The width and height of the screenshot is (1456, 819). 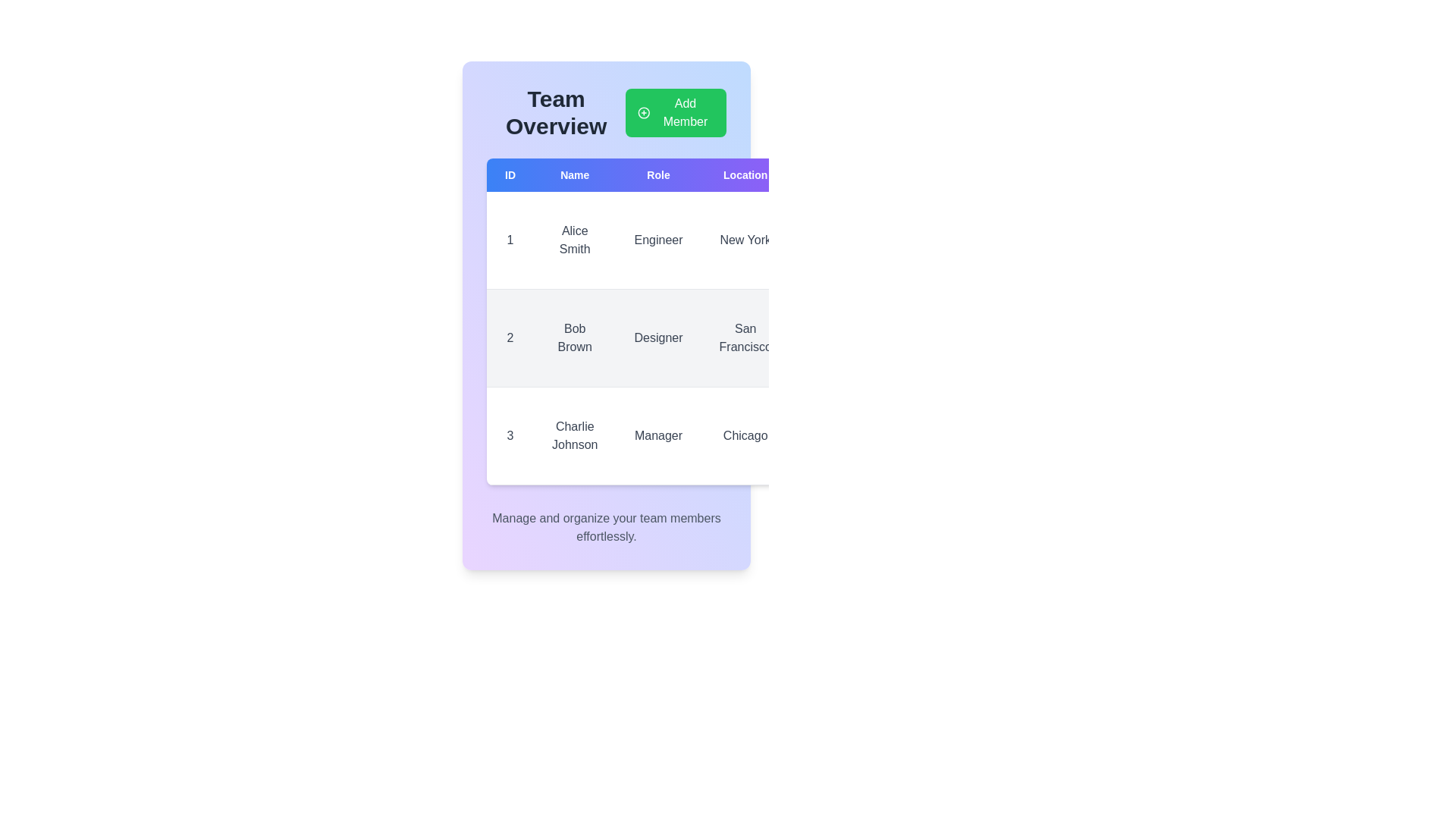 I want to click on the Text Display element that contains the text 'Charlie Johnson', located in the third row of a table under the 'Name' column, so click(x=574, y=435).